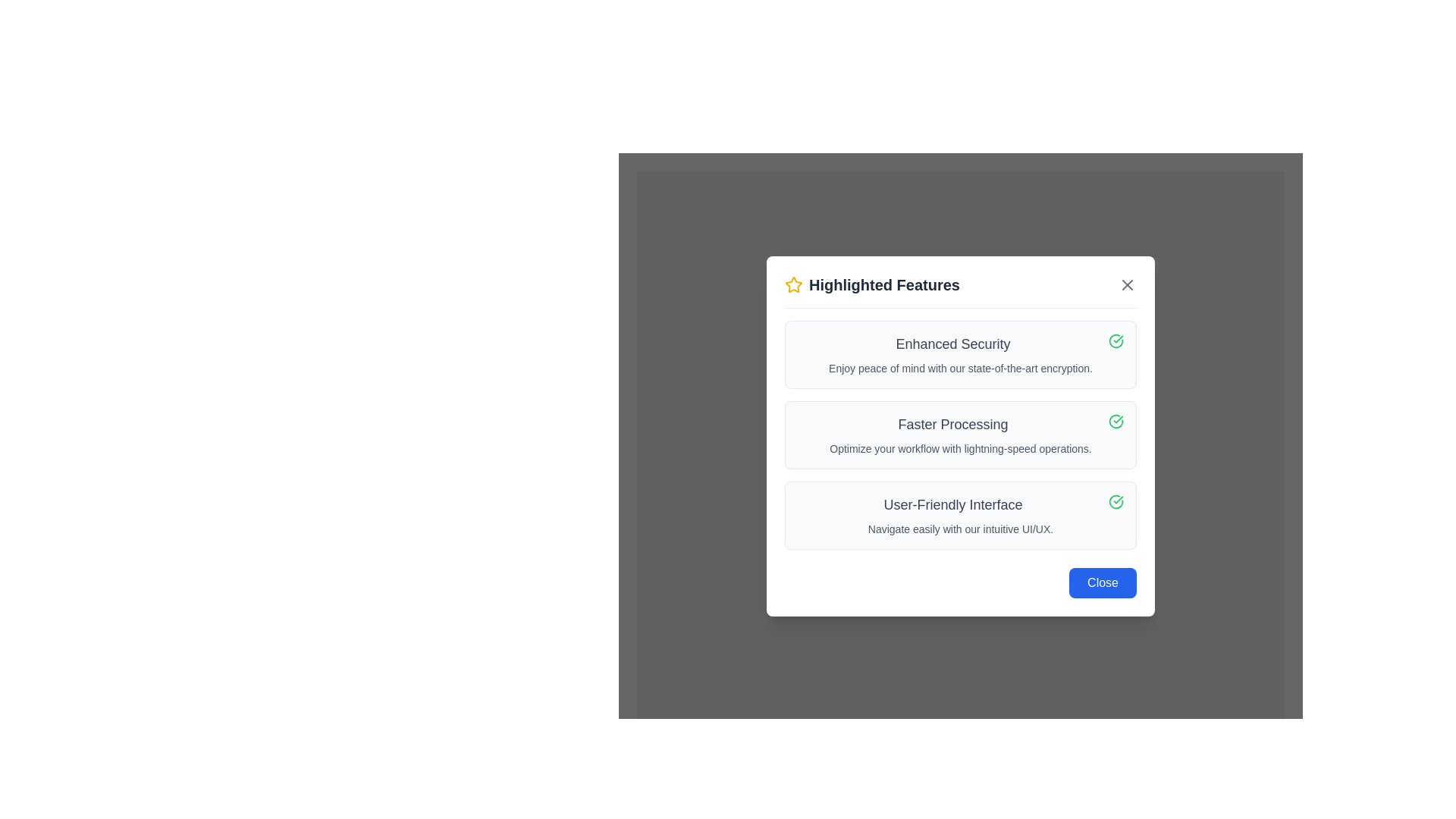 Image resolution: width=1456 pixels, height=819 pixels. What do you see at coordinates (792, 284) in the screenshot?
I see `the star icon with a yellow outline, which is located to the left of the 'Highlighted Features' text in the header section of the modal dialog` at bounding box center [792, 284].